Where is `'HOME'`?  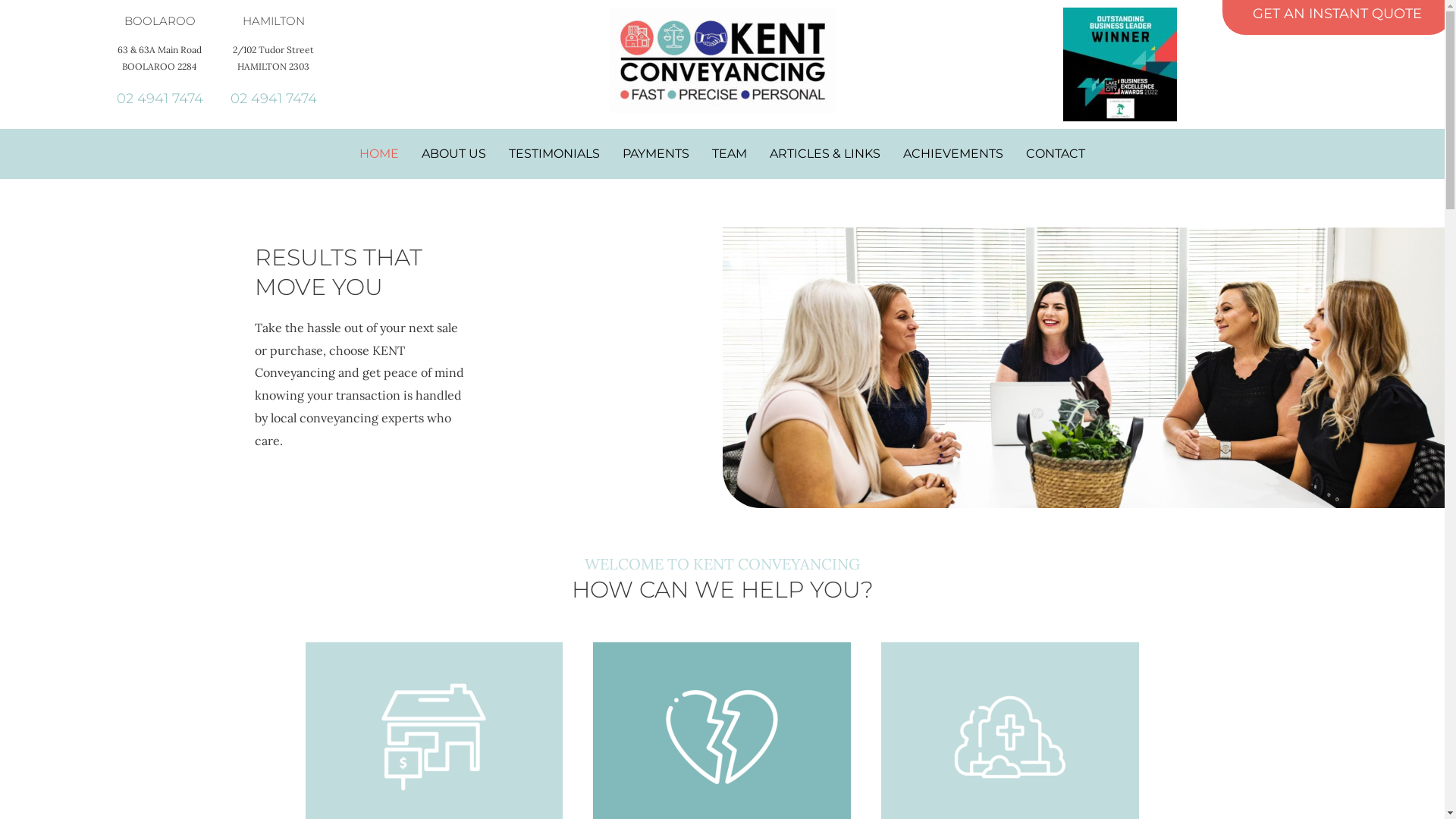
'HOME' is located at coordinates (378, 154).